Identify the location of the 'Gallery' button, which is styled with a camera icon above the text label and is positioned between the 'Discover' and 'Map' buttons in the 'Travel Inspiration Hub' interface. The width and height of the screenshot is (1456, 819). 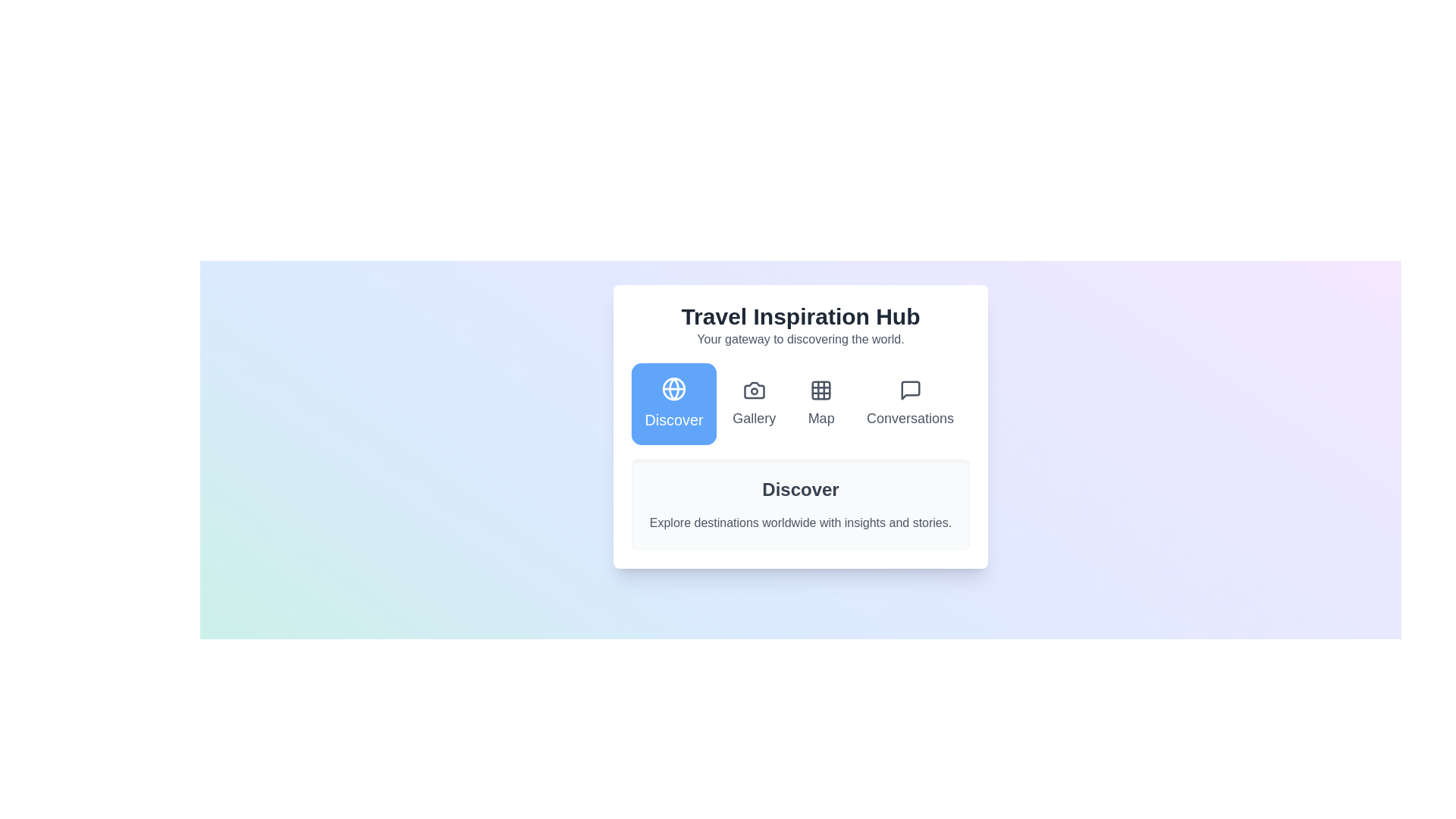
(754, 403).